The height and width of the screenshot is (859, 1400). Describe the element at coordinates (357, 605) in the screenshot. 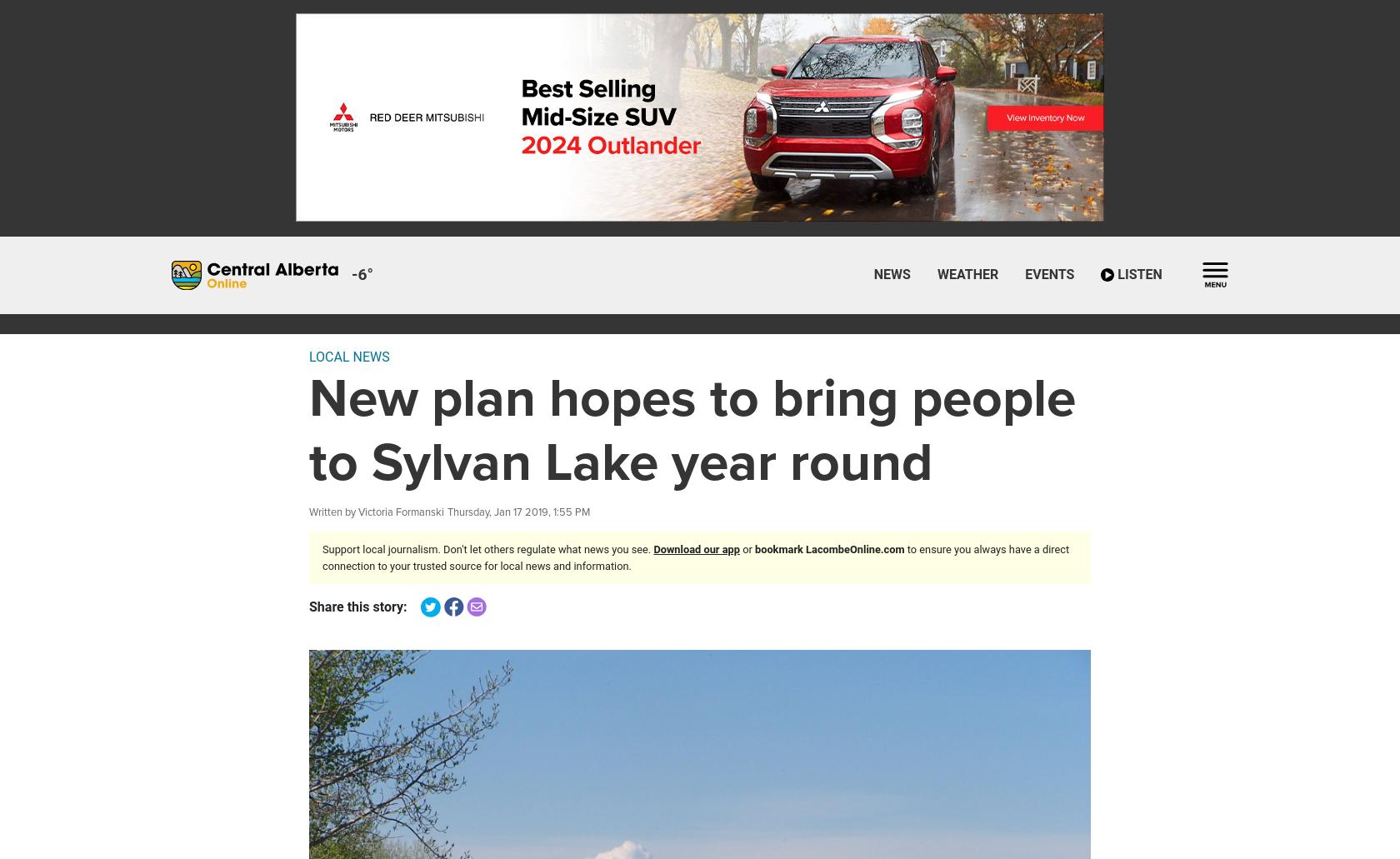

I see `'Share this story:'` at that location.